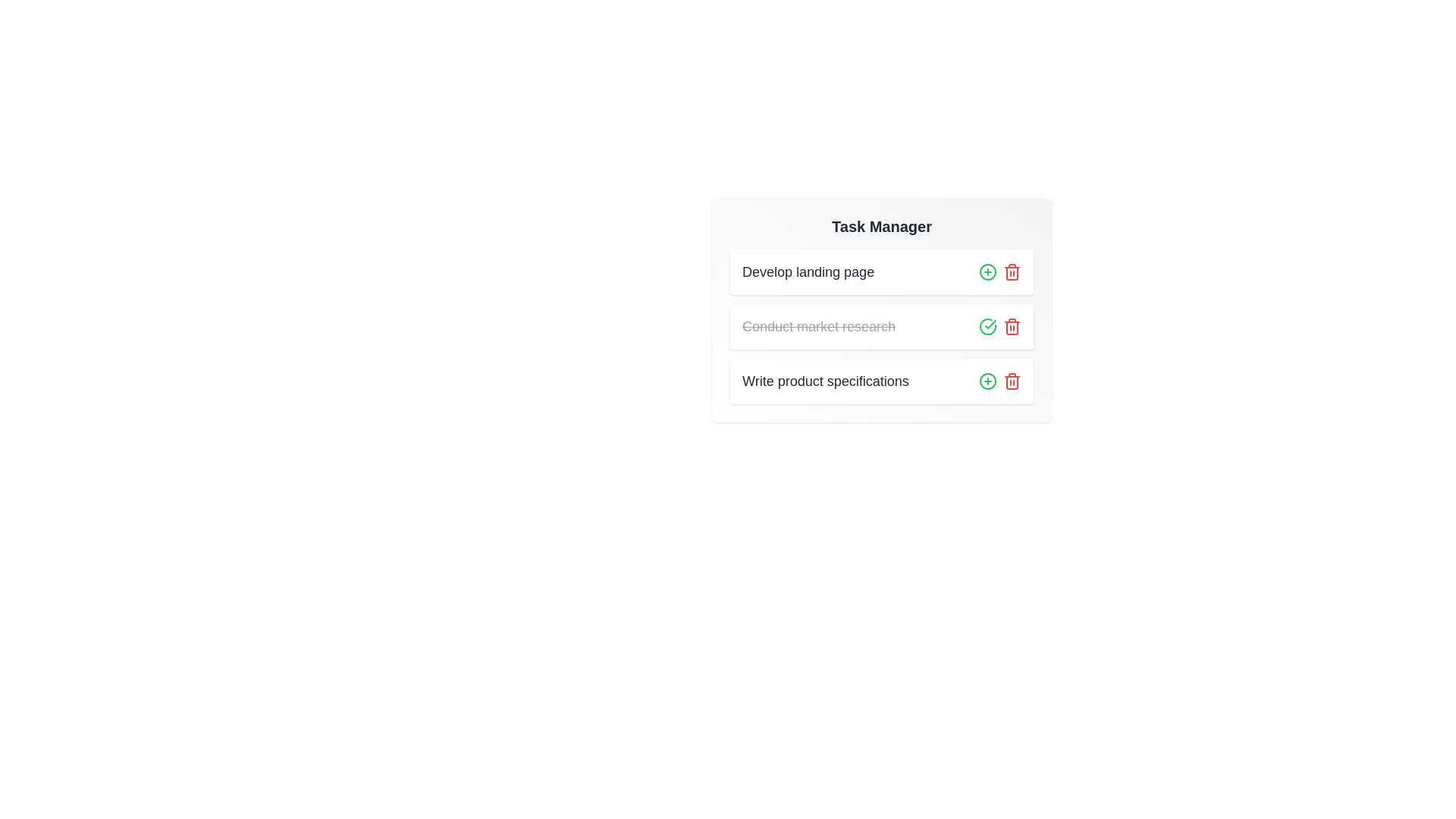  I want to click on the trash icon corresponding to the task 'Conduct market research' to delete it, so click(1012, 326).